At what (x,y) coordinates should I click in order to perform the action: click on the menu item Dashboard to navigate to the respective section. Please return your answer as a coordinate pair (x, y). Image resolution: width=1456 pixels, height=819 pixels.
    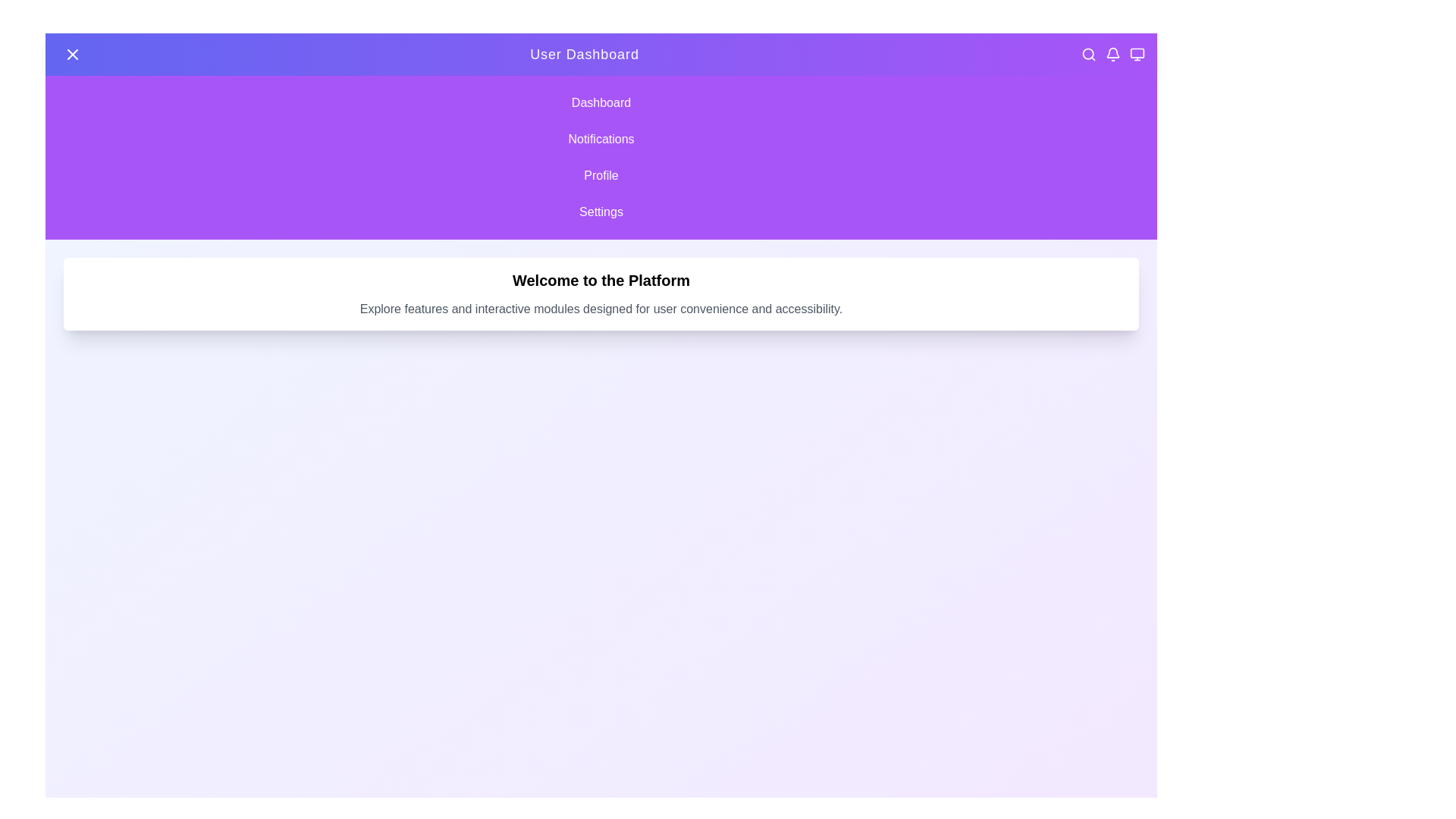
    Looking at the image, I should click on (600, 102).